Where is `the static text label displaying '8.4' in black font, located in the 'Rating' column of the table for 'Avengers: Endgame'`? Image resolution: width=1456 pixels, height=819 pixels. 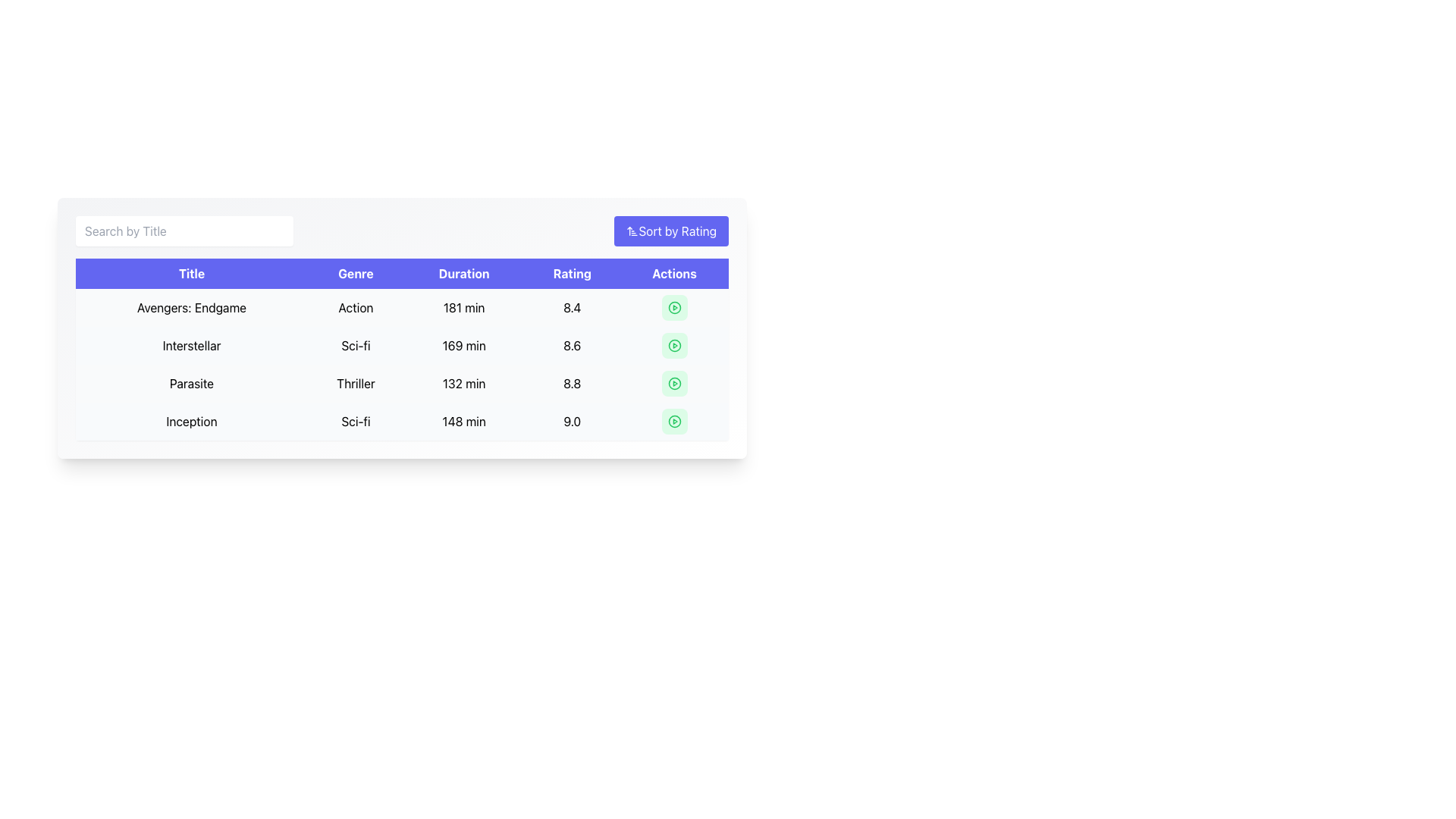 the static text label displaying '8.4' in black font, located in the 'Rating' column of the table for 'Avengers: Endgame' is located at coordinates (571, 307).